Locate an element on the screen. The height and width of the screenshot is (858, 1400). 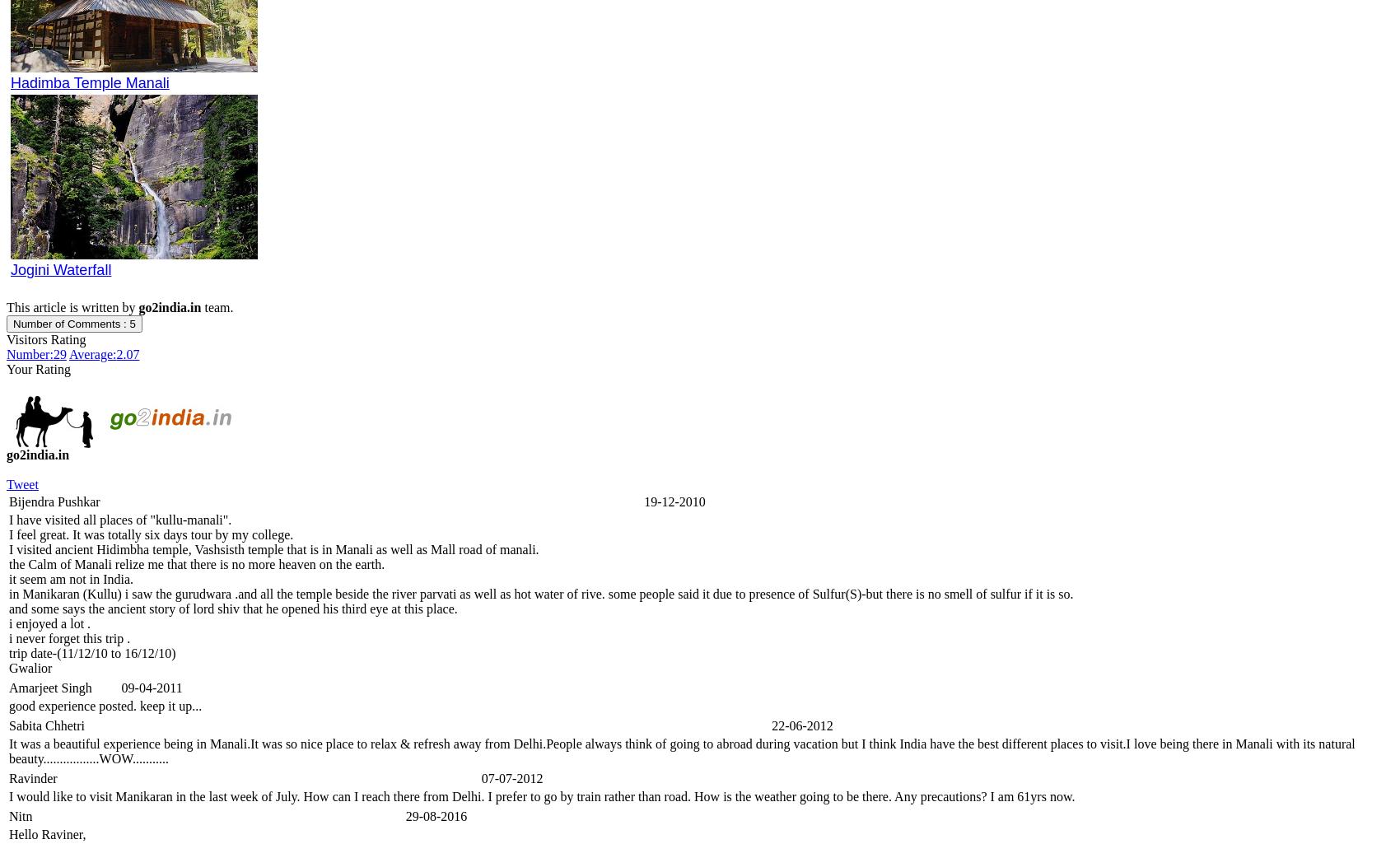
'It was a beautiful experience being in Manali.It was so nice place to relax & refresh away from Delhi.People always think of going to abroad during vacation but I think India have the best different places to visit.I love being there in Manali with its natural beauty.................WOW...........' is located at coordinates (681, 750).